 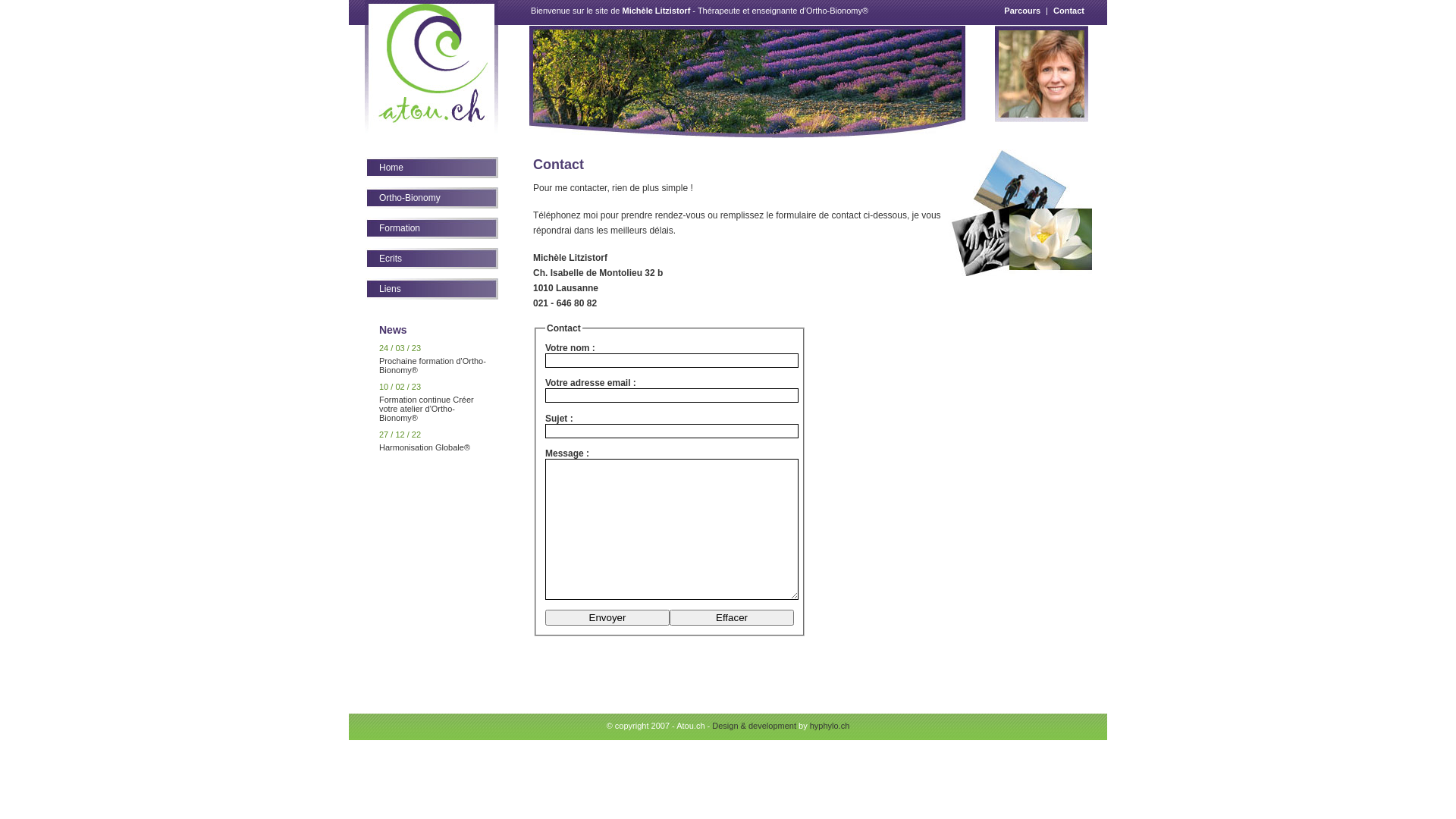 I want to click on 'Liens', so click(x=431, y=289).